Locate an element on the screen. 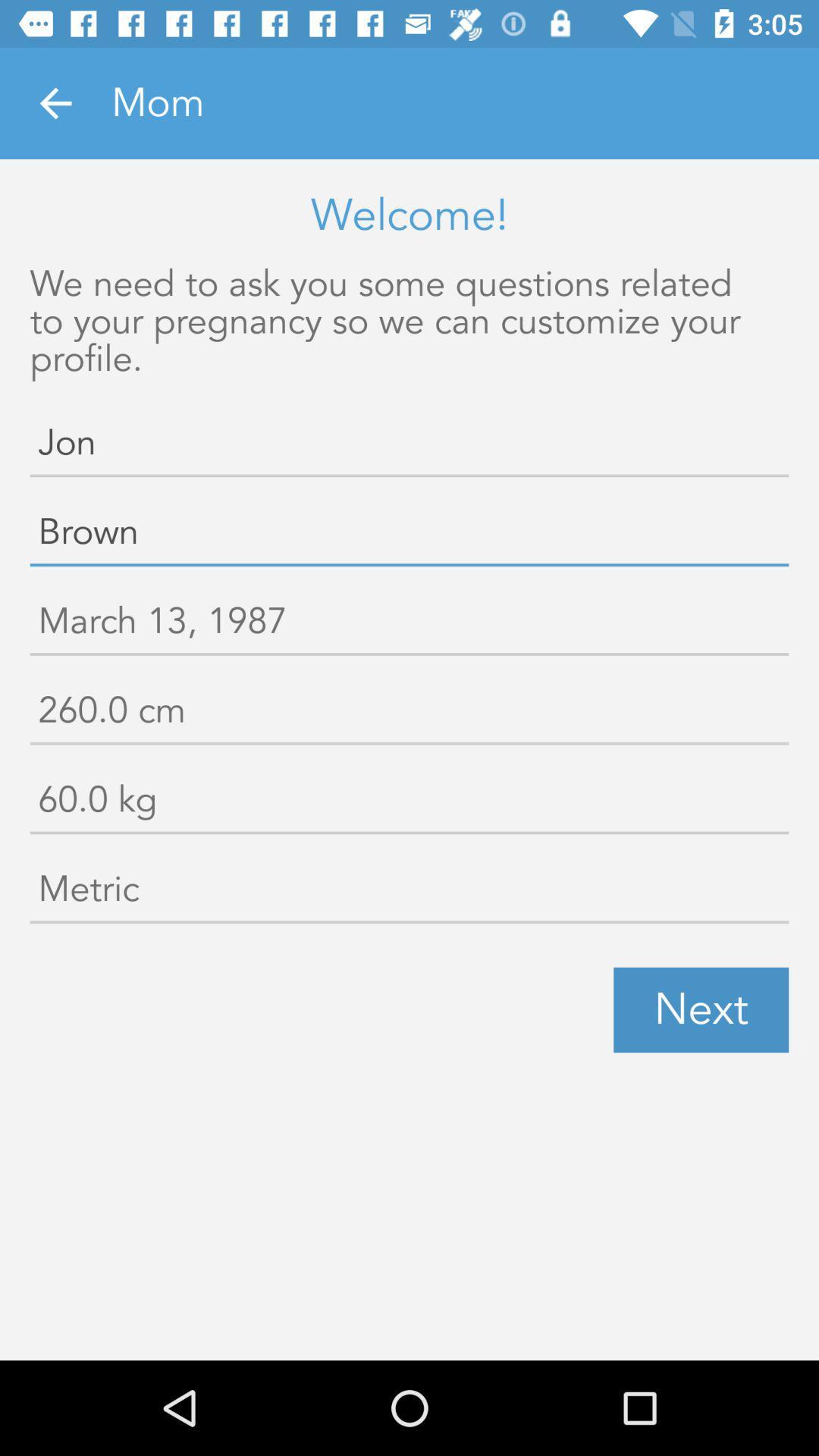  the metric icon is located at coordinates (409, 893).